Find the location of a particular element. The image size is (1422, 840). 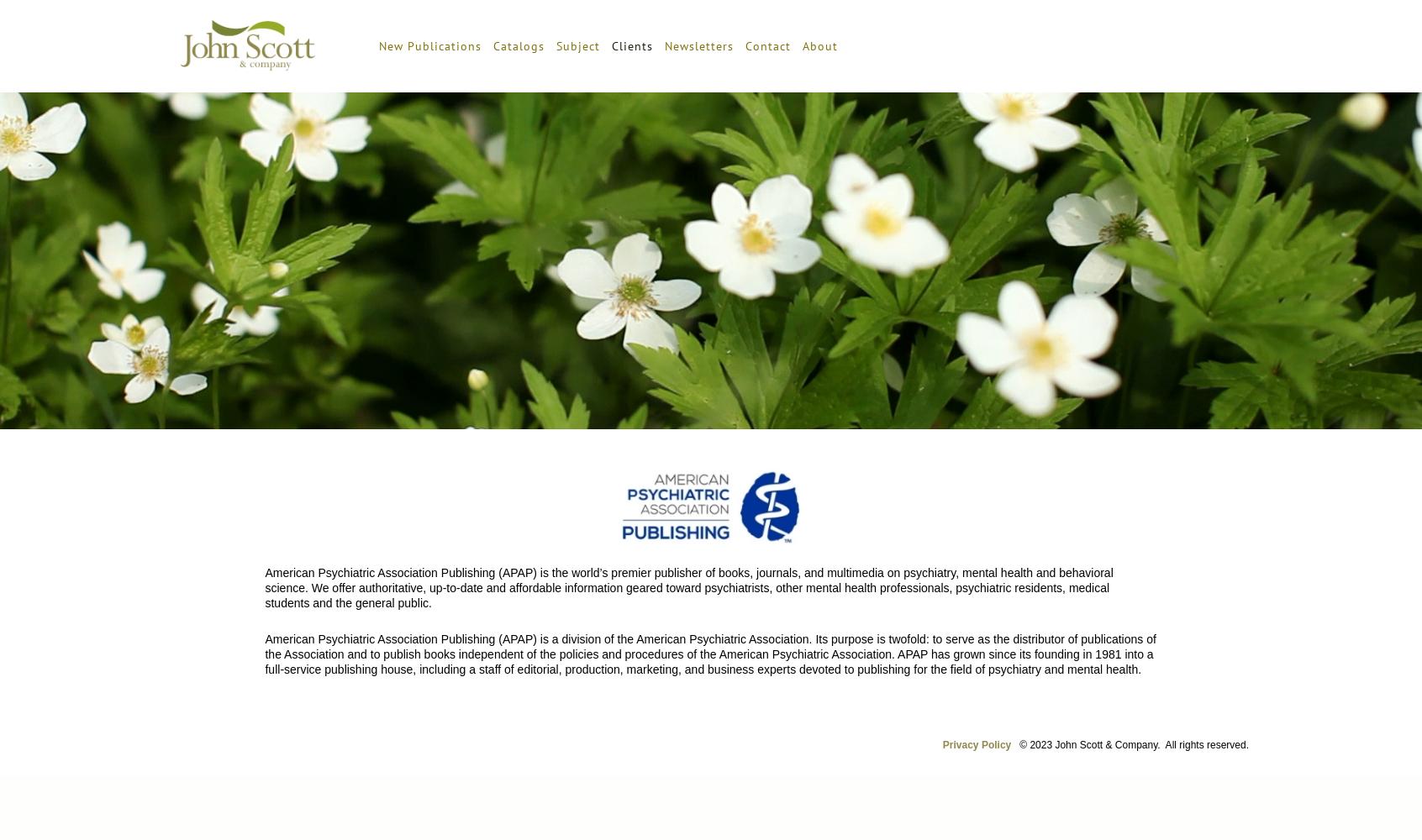

'New Publications' is located at coordinates (429, 45).